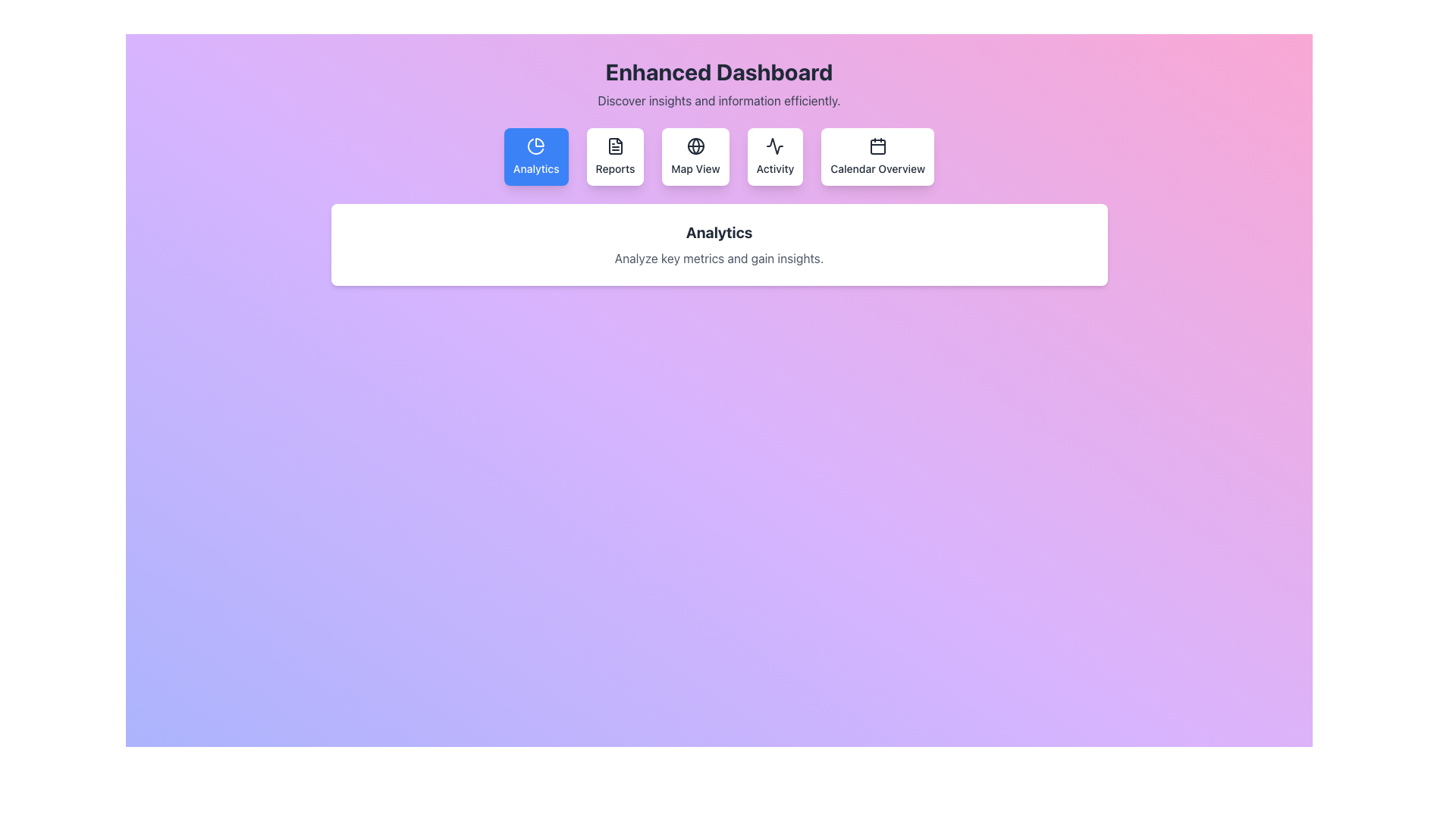  Describe the element at coordinates (775, 169) in the screenshot. I see `'Activity' text label located in the third card of the top row, positioned below the icon symbol` at that location.